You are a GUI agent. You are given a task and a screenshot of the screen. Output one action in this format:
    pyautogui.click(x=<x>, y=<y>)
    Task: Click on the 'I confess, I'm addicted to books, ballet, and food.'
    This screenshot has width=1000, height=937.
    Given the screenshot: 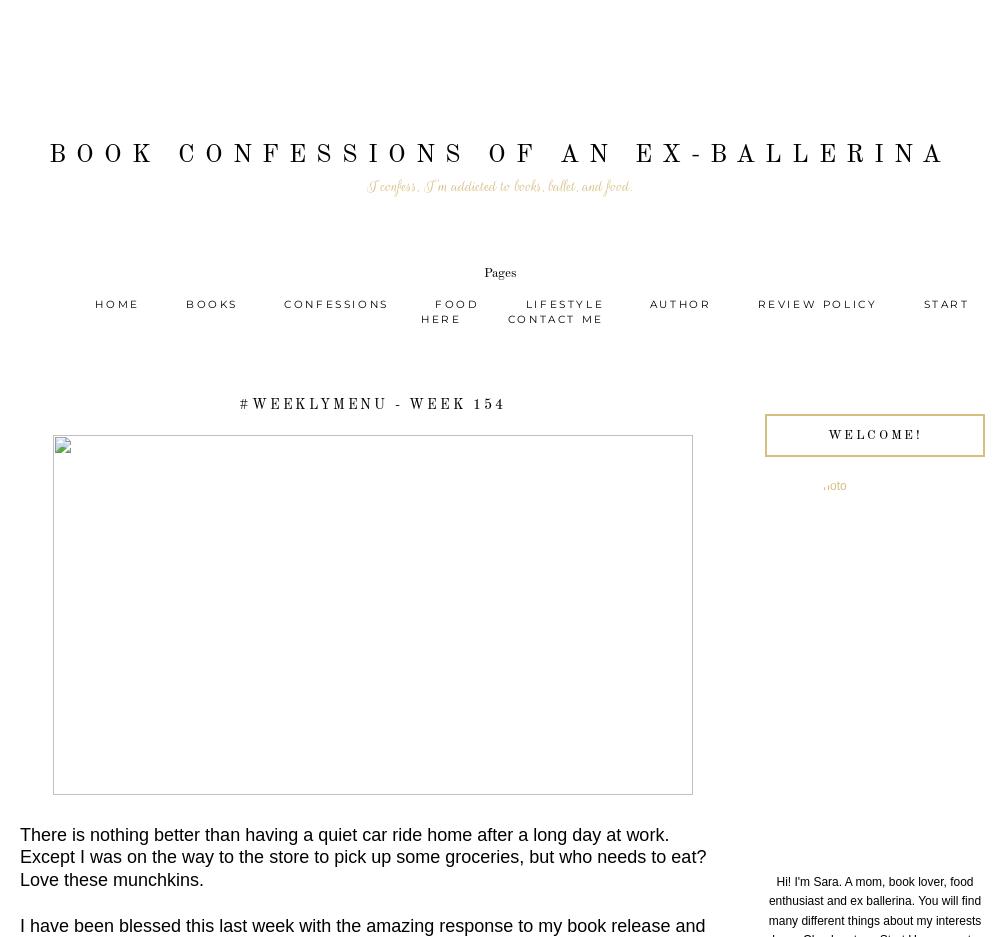 What is the action you would take?
    pyautogui.click(x=500, y=186)
    